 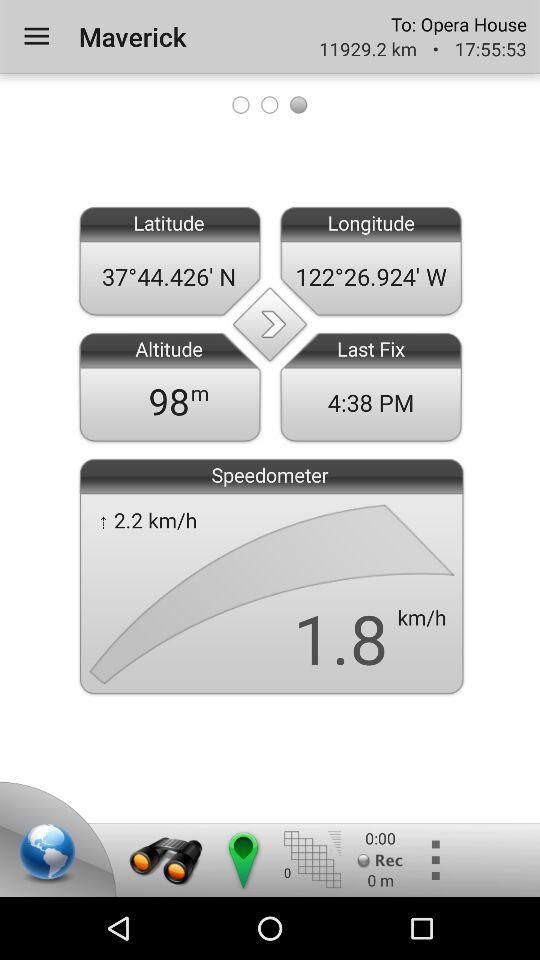 I want to click on gps, so click(x=242, y=859).